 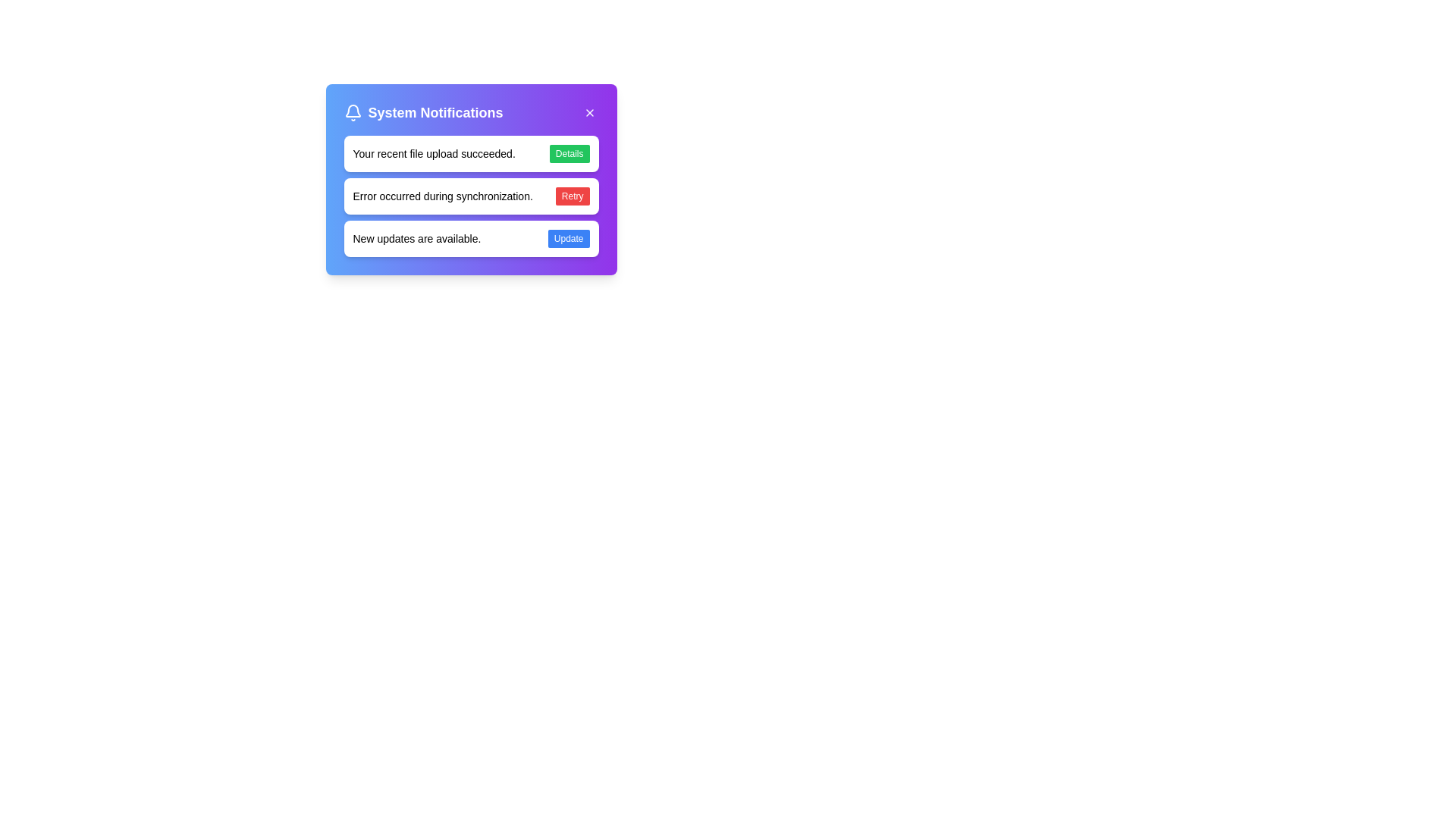 I want to click on the button in the notification labeled 'Your recent file upload succeeded.', so click(x=569, y=154).